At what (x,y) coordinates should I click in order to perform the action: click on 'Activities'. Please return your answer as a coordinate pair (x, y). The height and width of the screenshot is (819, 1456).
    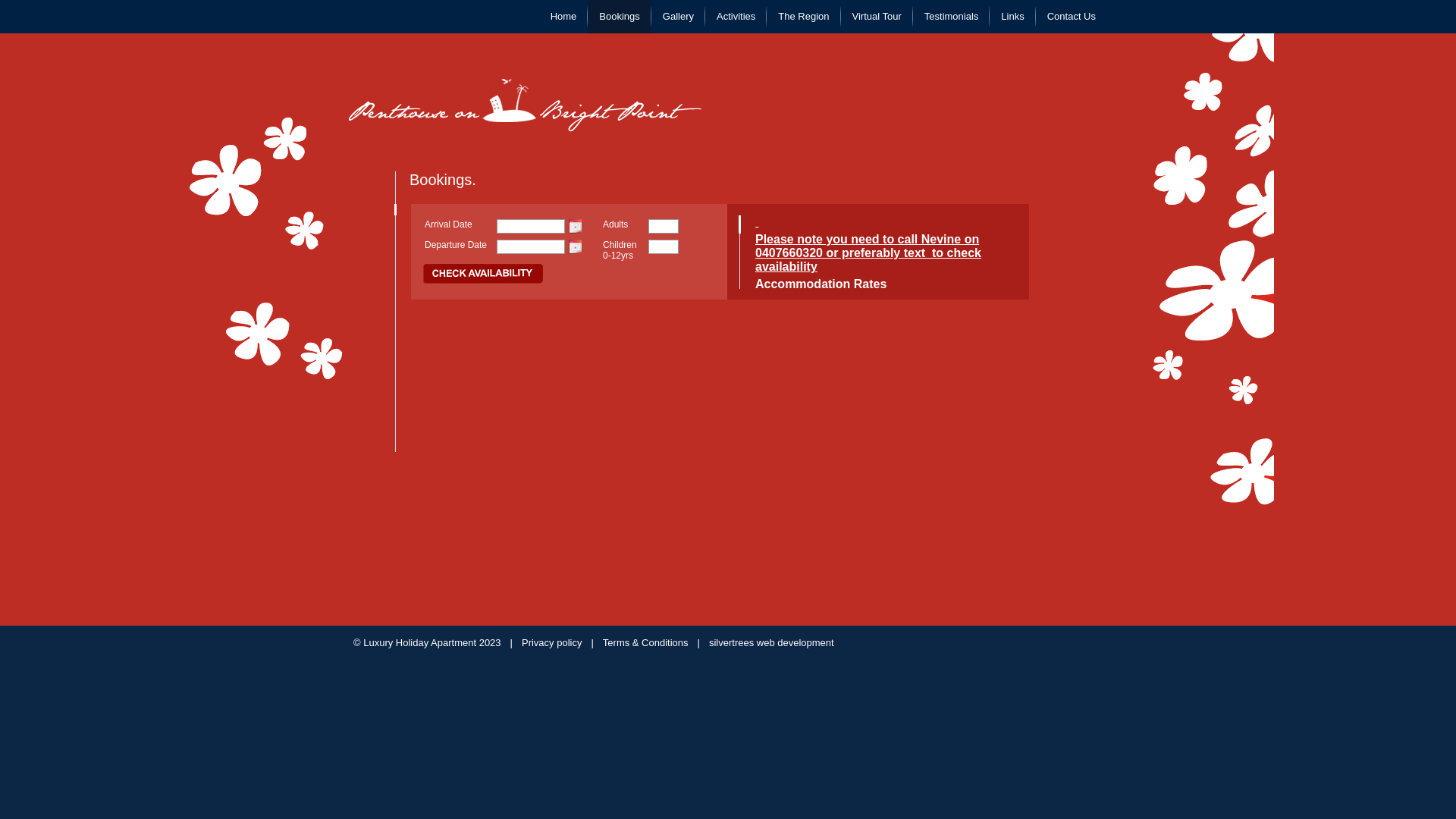
    Looking at the image, I should click on (736, 17).